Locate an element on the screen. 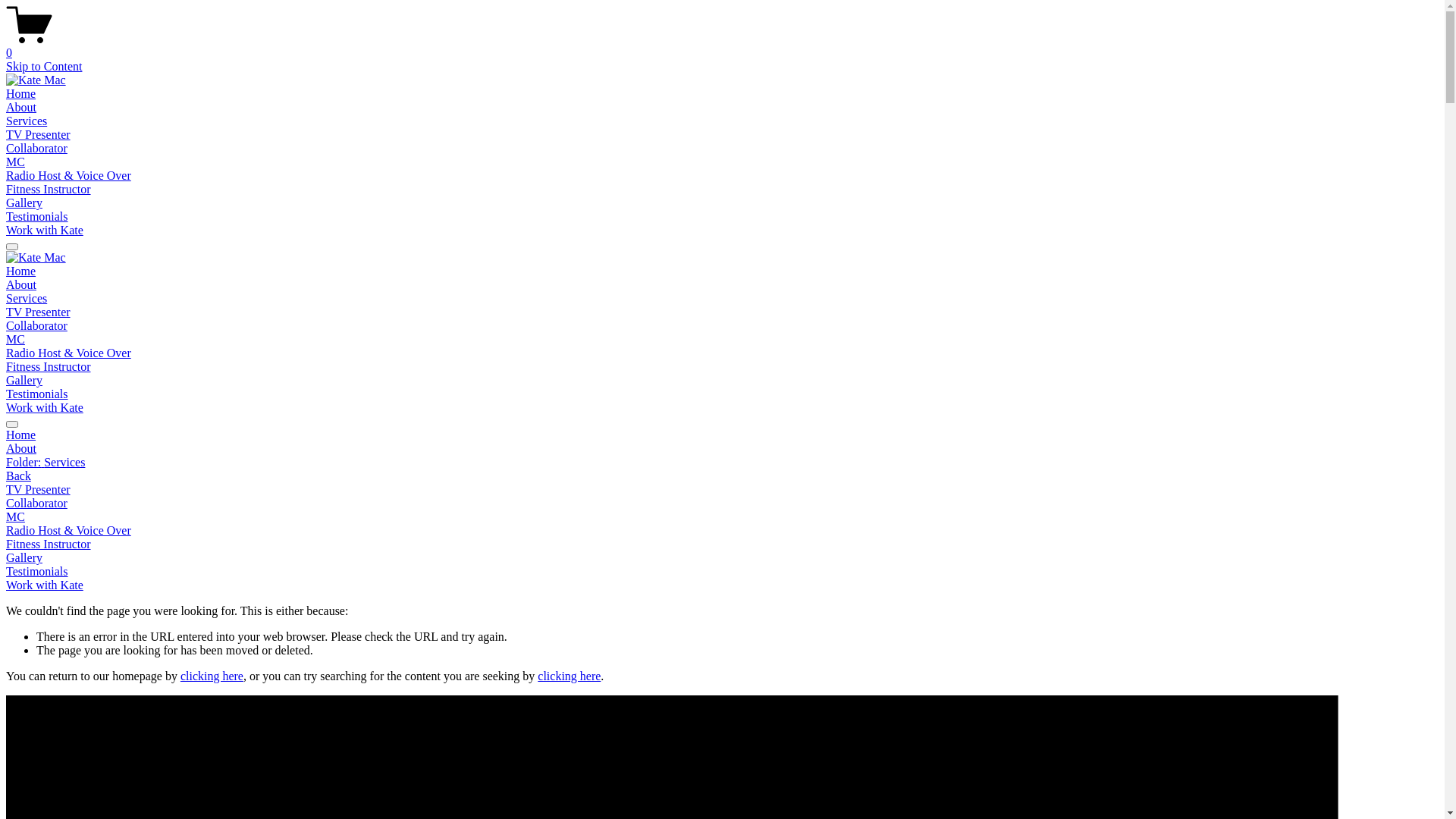 This screenshot has width=1456, height=819. 'MC' is located at coordinates (6, 516).